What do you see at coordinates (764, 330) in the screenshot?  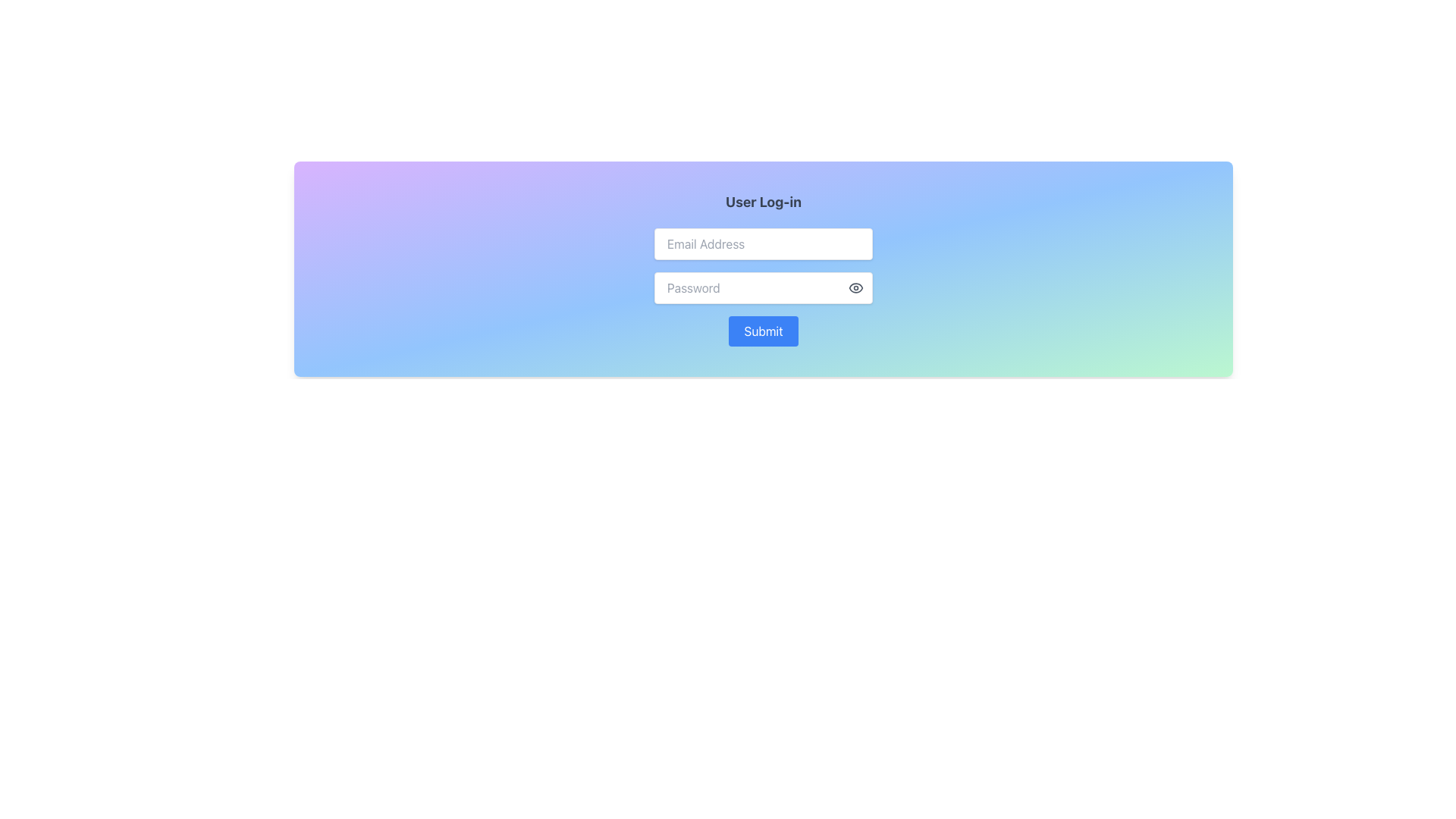 I see `the 'Submit' button with a blue background and white text` at bounding box center [764, 330].